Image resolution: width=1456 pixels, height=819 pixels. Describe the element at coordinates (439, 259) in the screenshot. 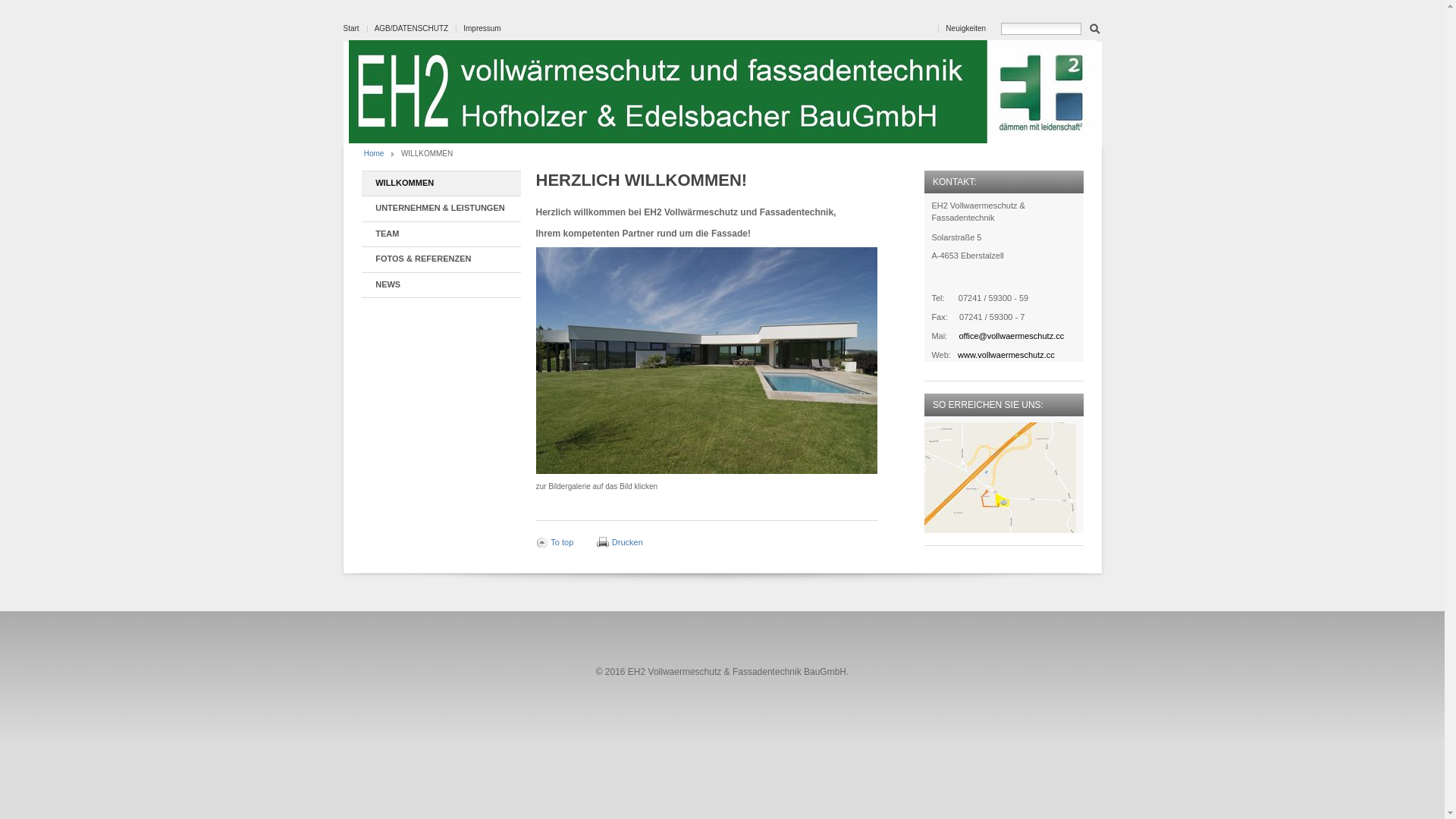

I see `'FOTOS & REFERENZEN'` at that location.